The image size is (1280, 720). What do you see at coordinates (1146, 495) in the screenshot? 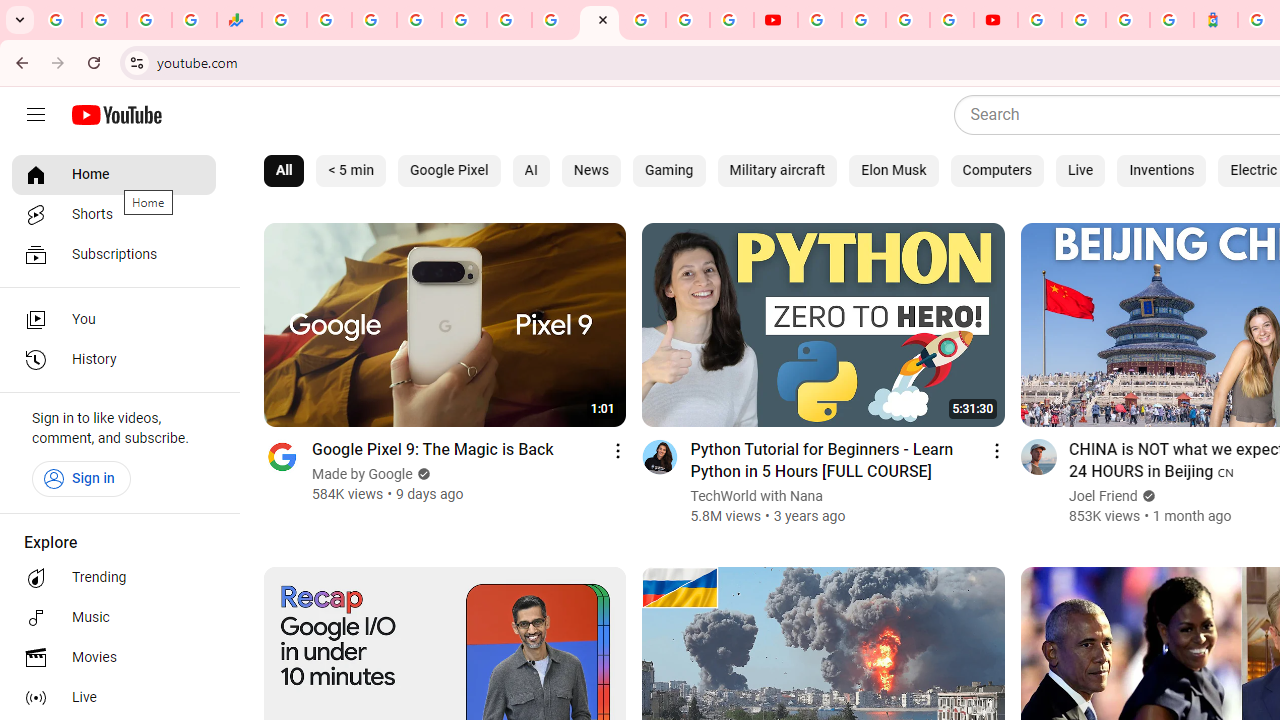
I see `'Verified'` at bounding box center [1146, 495].